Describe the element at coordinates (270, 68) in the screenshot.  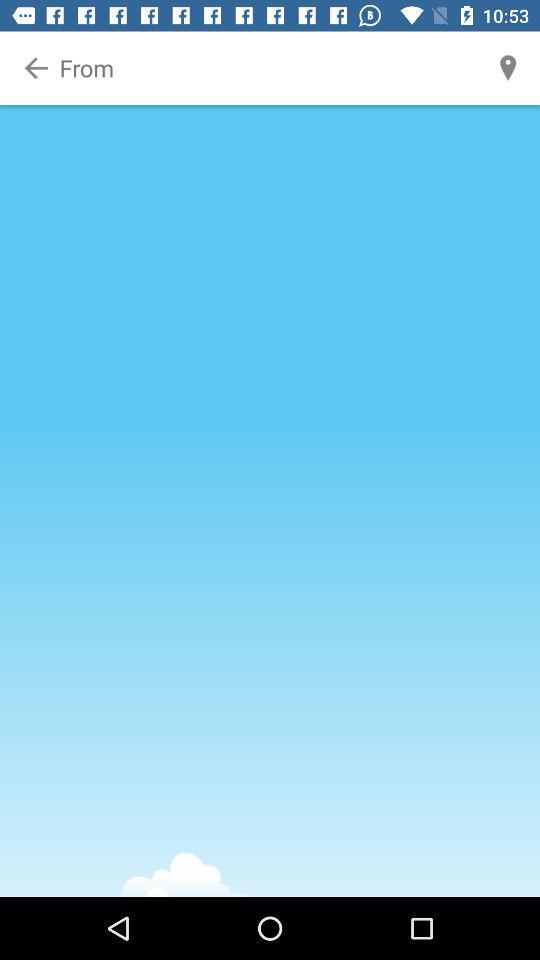
I see `from location` at that location.